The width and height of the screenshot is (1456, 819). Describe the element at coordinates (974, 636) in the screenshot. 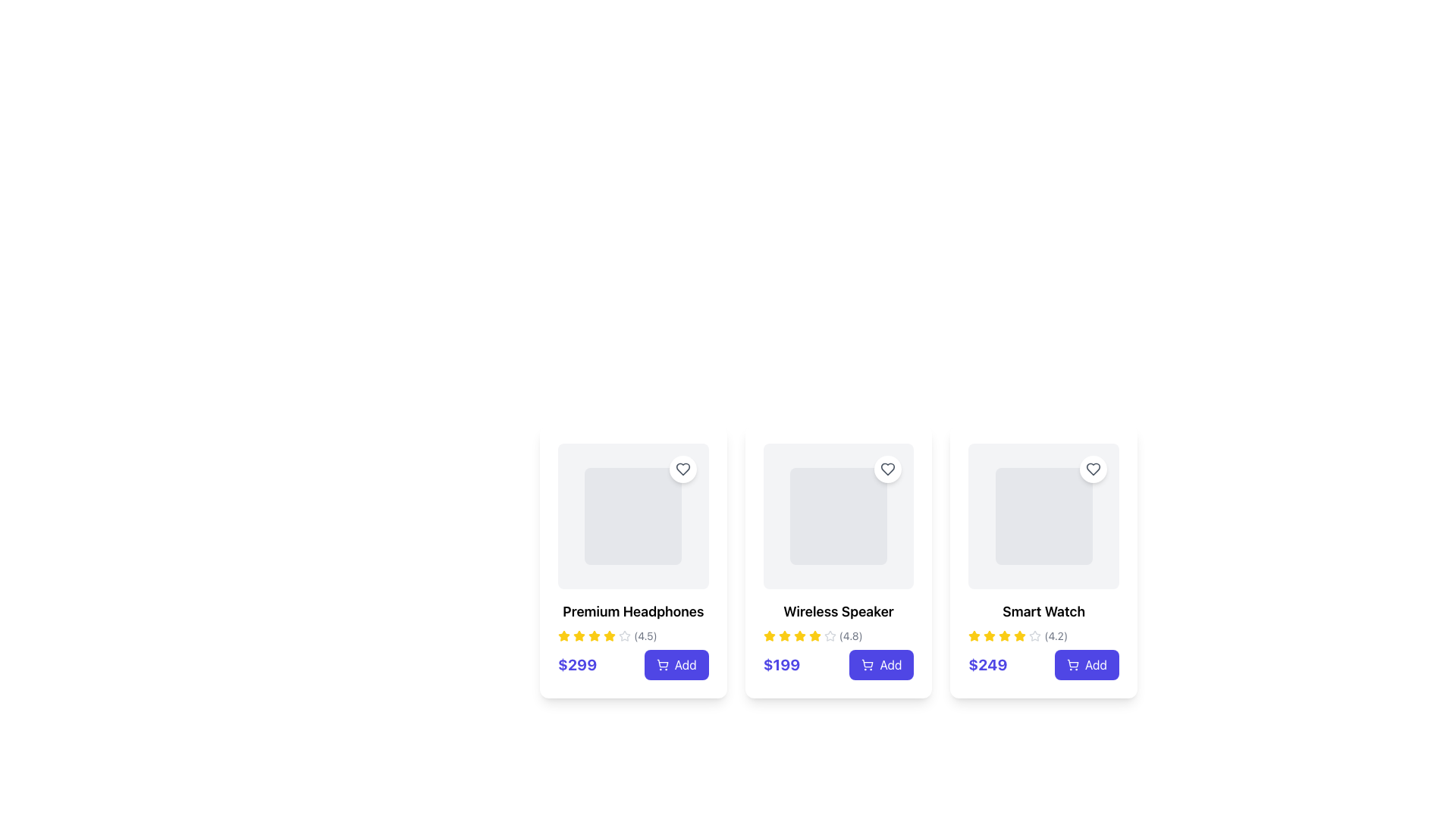

I see `the yellow star icon, which is the first star in the rating display section of the 'Smart Watch' product card, positioned below the product image and above the price label` at that location.